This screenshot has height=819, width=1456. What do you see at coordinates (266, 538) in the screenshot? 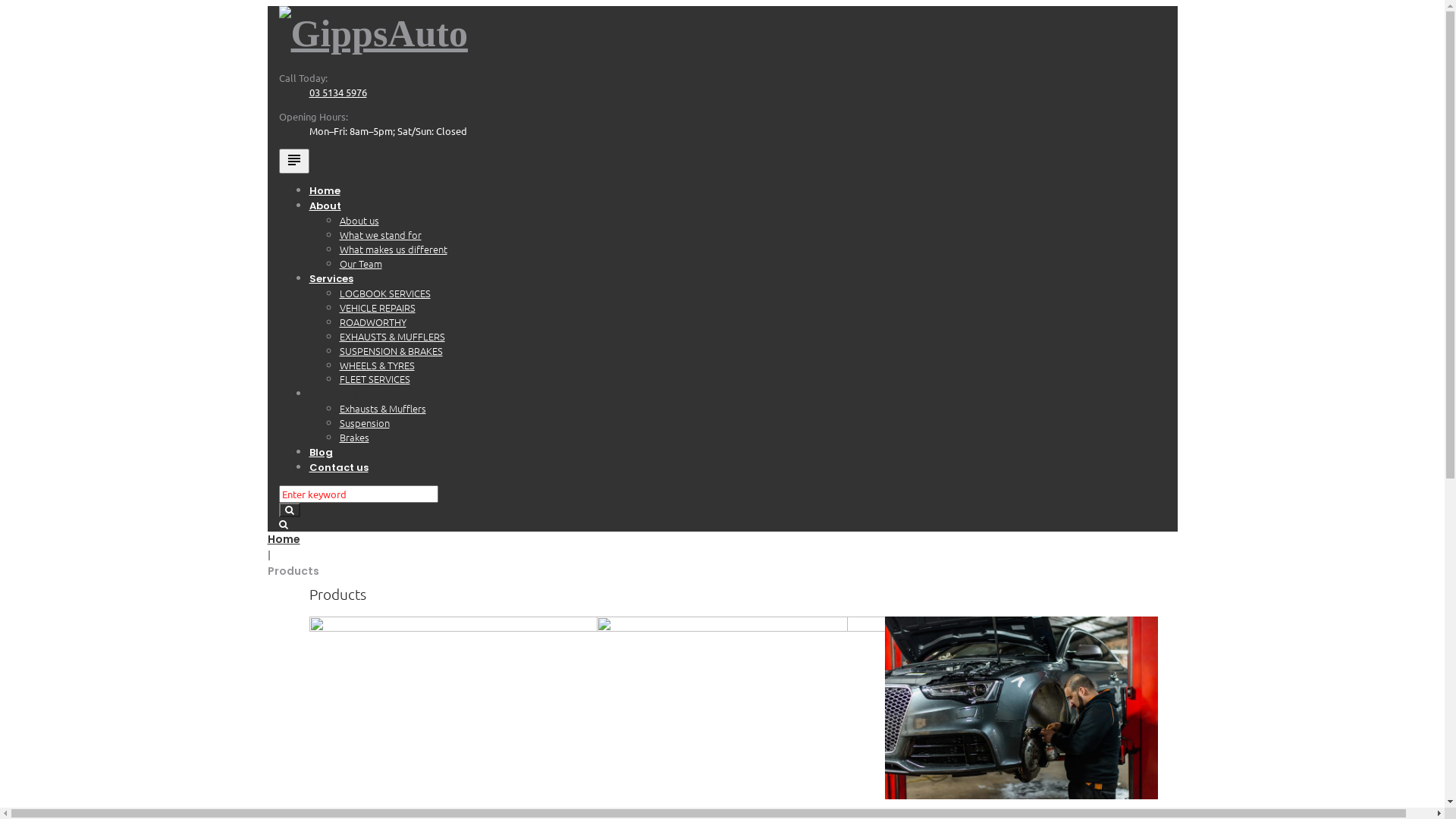
I see `'Home'` at bounding box center [266, 538].